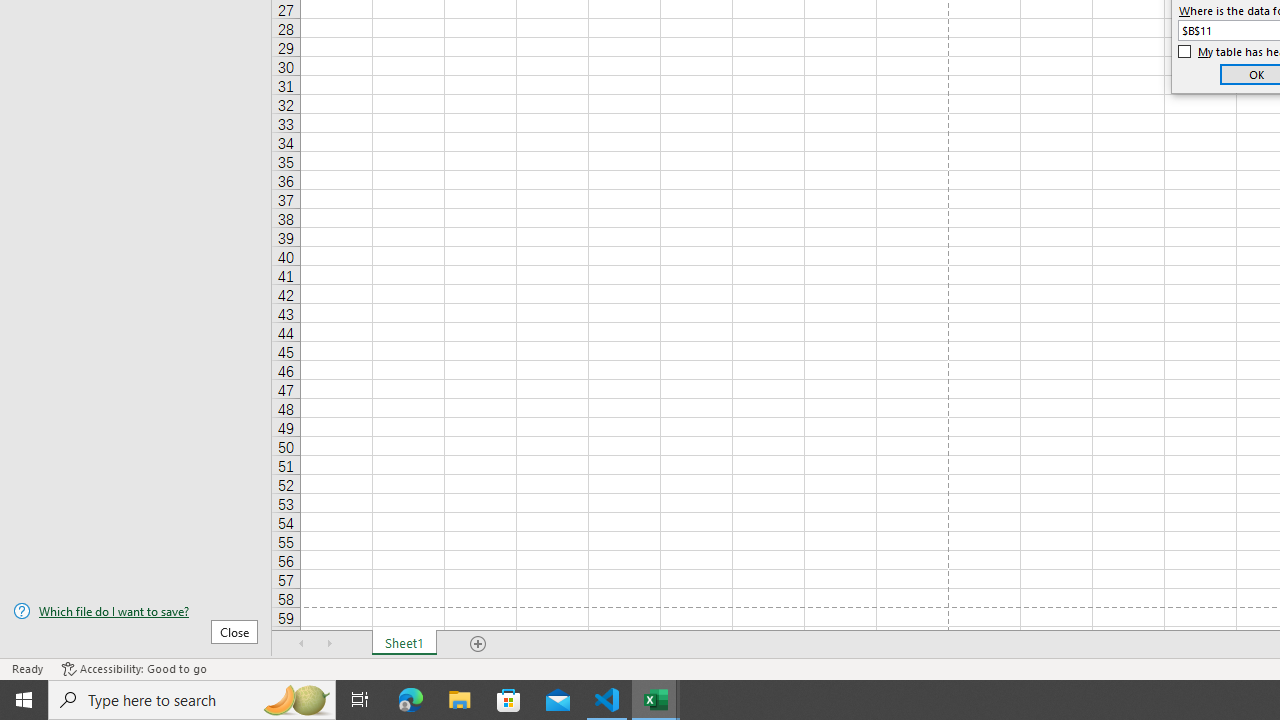 The image size is (1280, 720). I want to click on 'Sheet1', so click(403, 644).